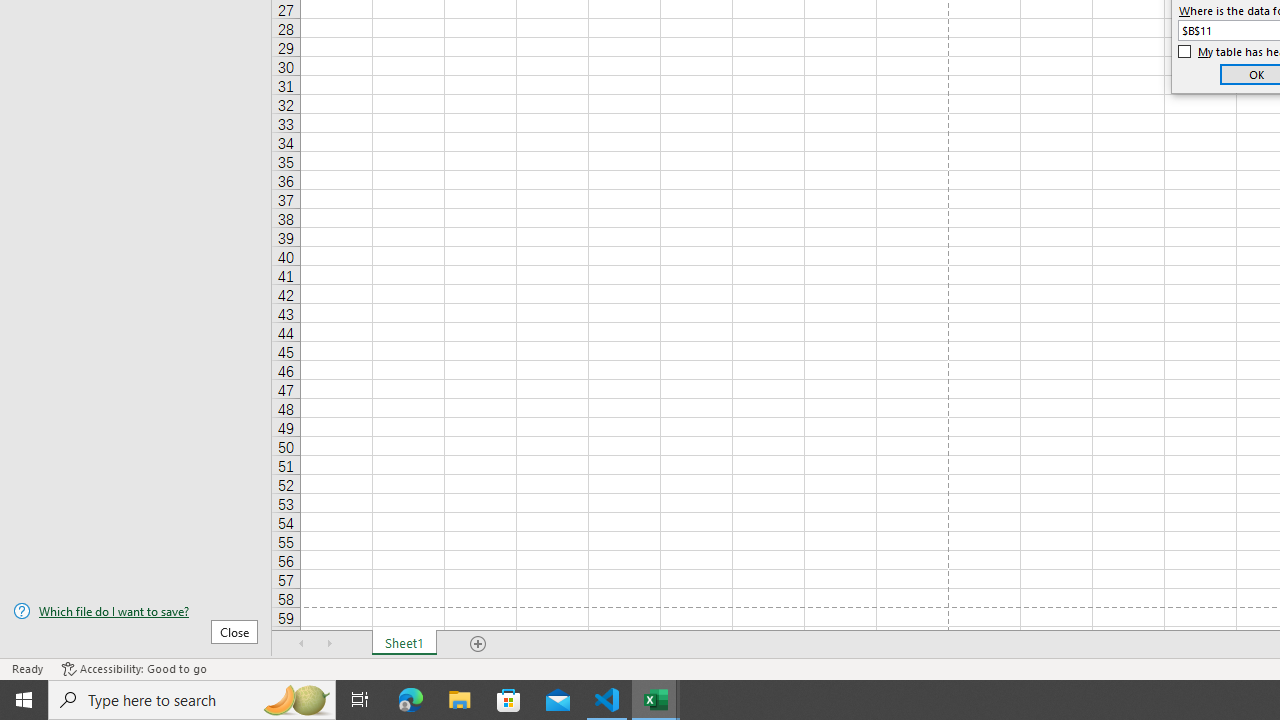 The image size is (1280, 720). I want to click on 'Sheet1', so click(403, 644).